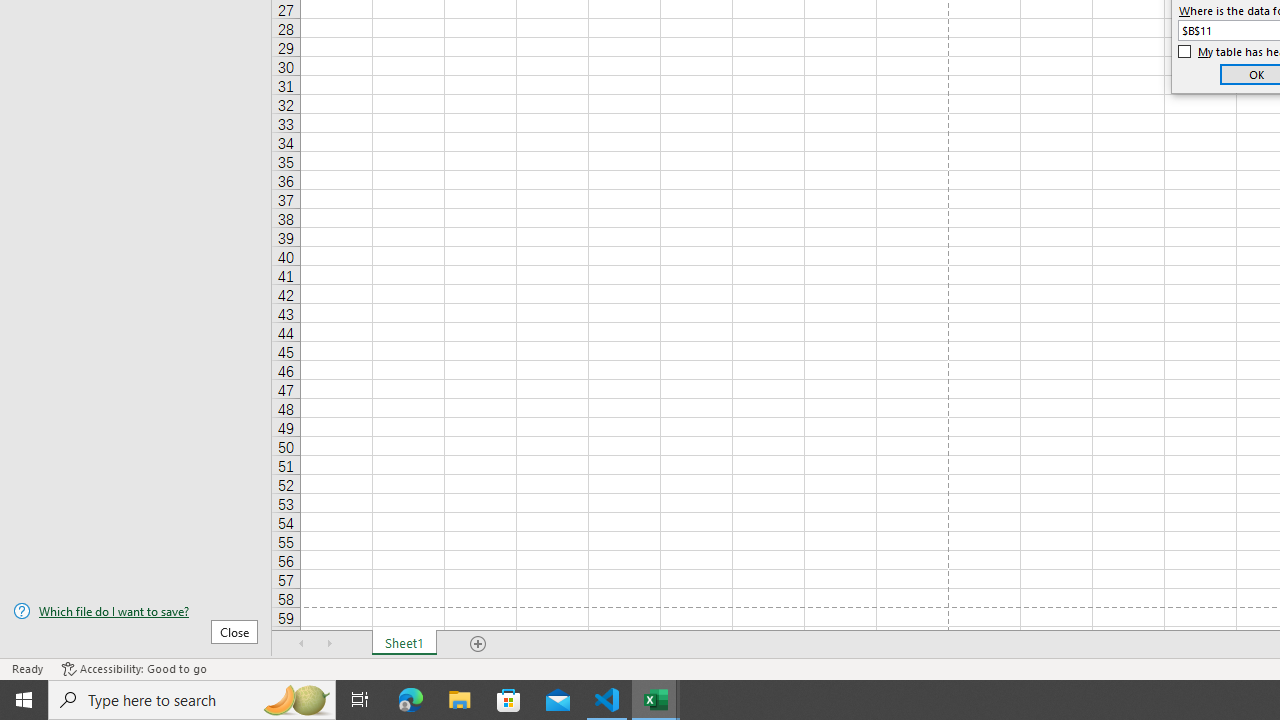 The image size is (1280, 720). I want to click on 'Sheet1', so click(403, 644).